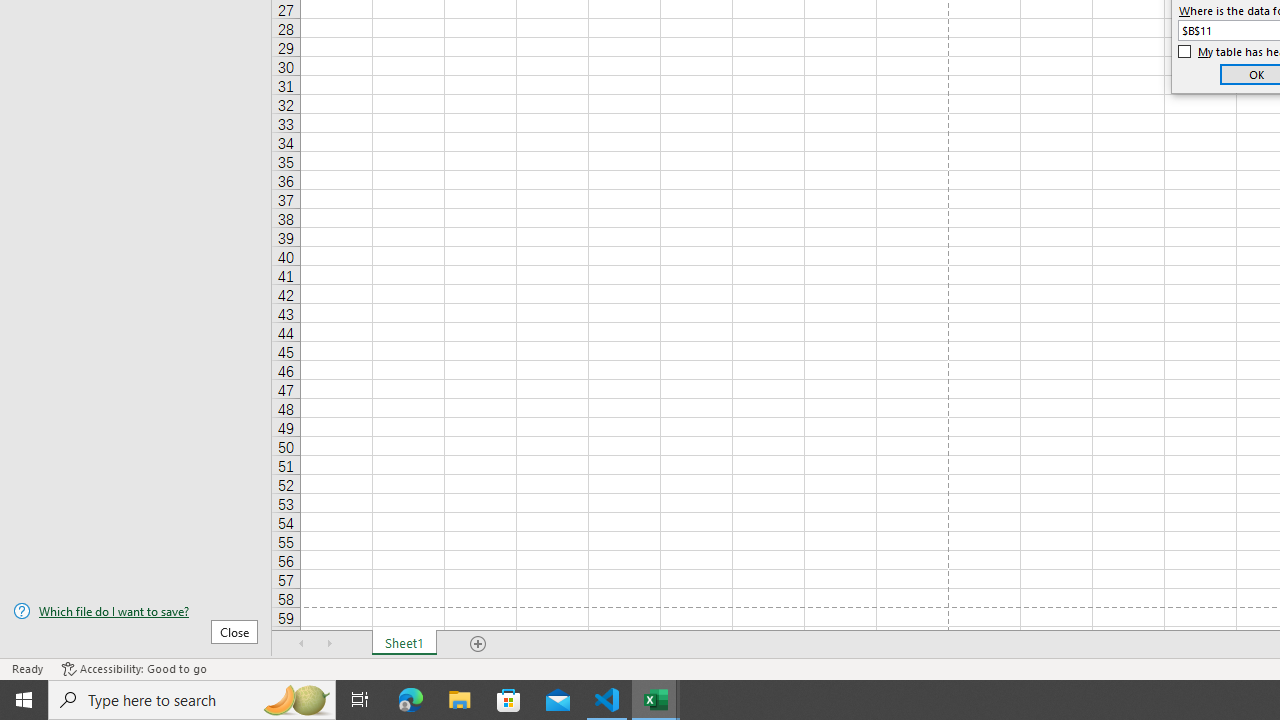 The image size is (1280, 720). I want to click on 'Sheet1', so click(403, 644).